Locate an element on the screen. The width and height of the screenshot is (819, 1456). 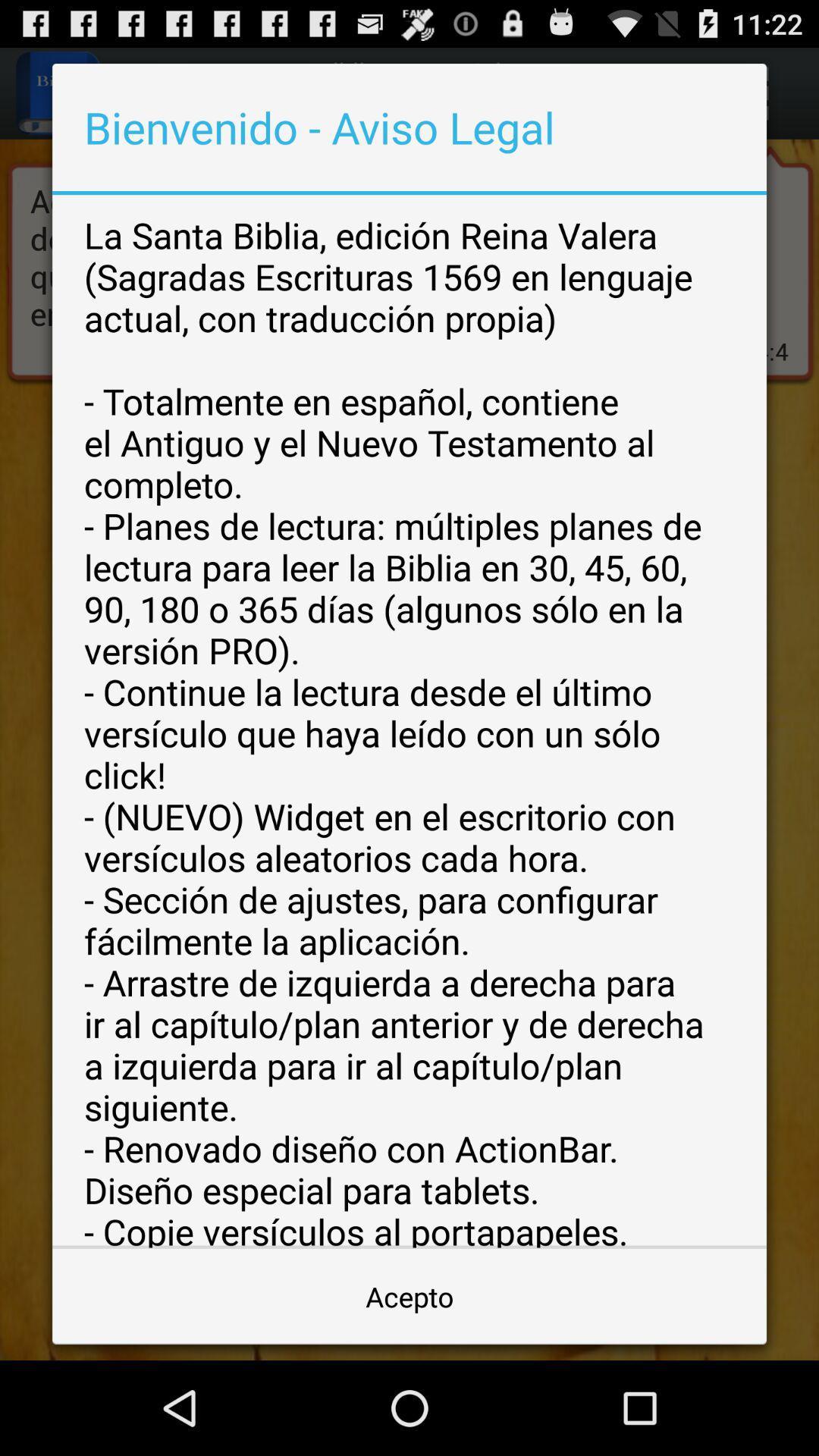
the app below the la santa biblia app is located at coordinates (409, 1295).